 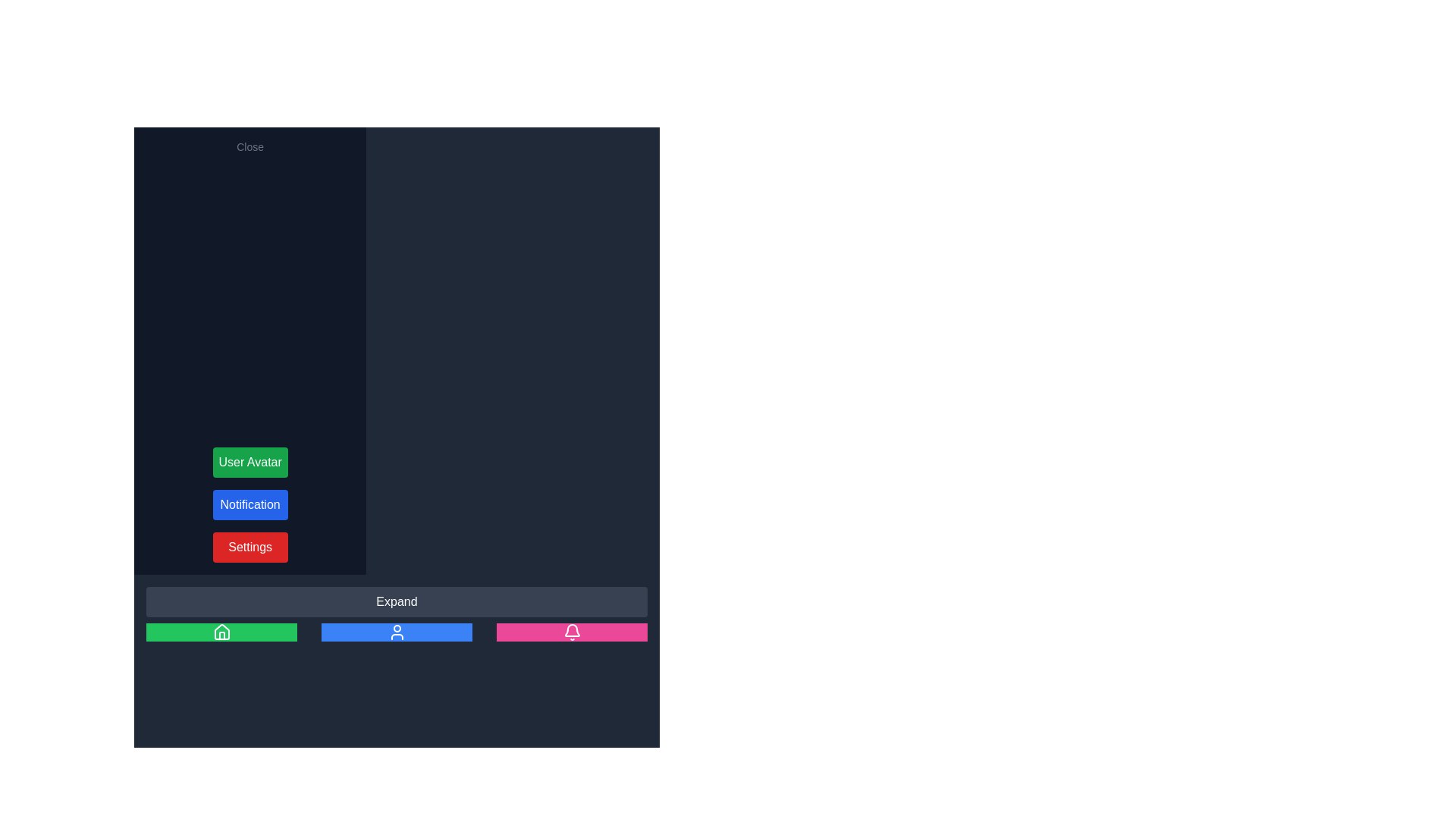 I want to click on the notification icon, which is the third from the left in a row of icons at the bottom of the interface, so click(x=571, y=632).